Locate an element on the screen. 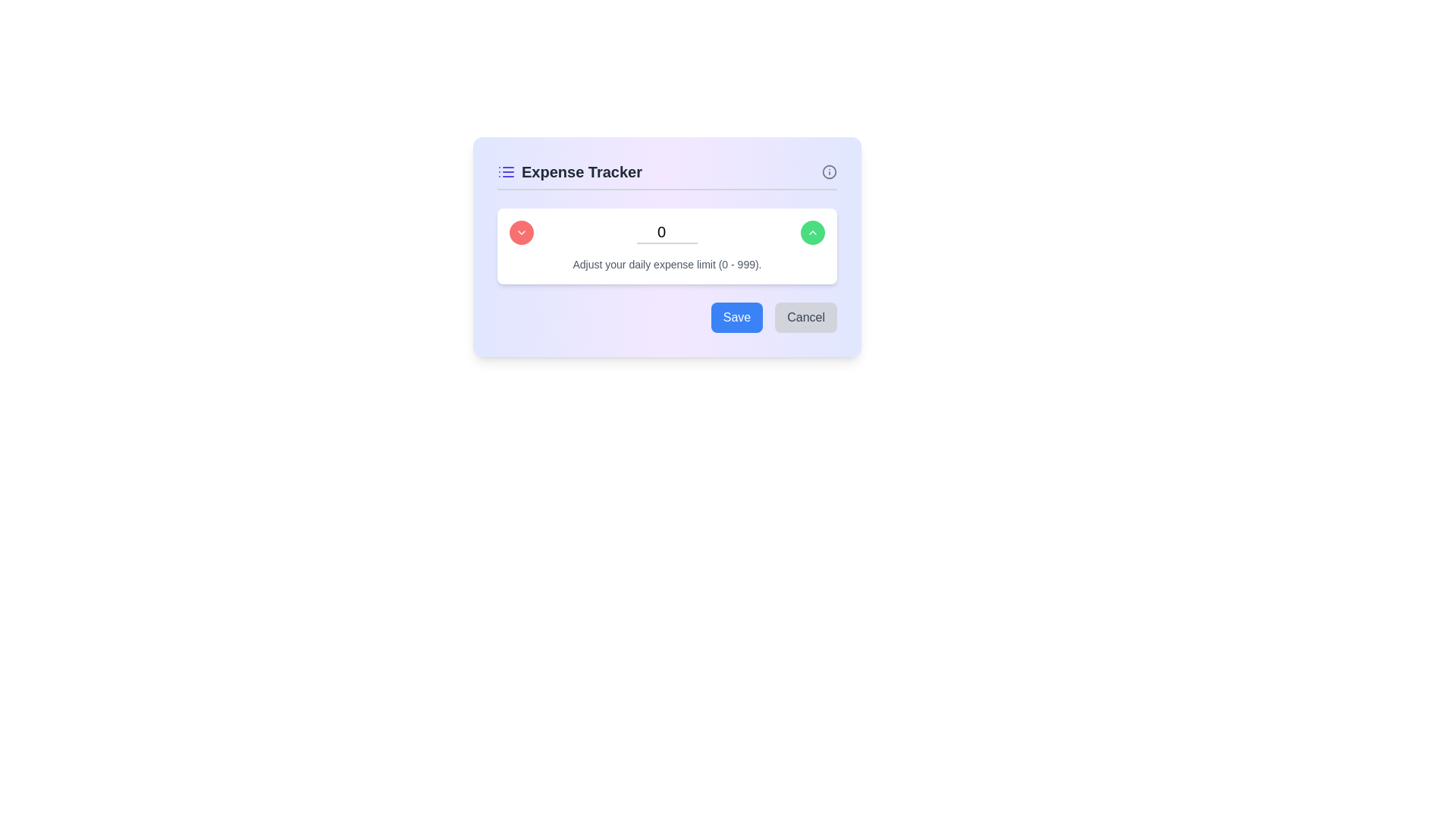 The width and height of the screenshot is (1456, 819). the small upward-pointing chevron icon located inside the green circular button to trigger the focus effect on the button is located at coordinates (811, 233).